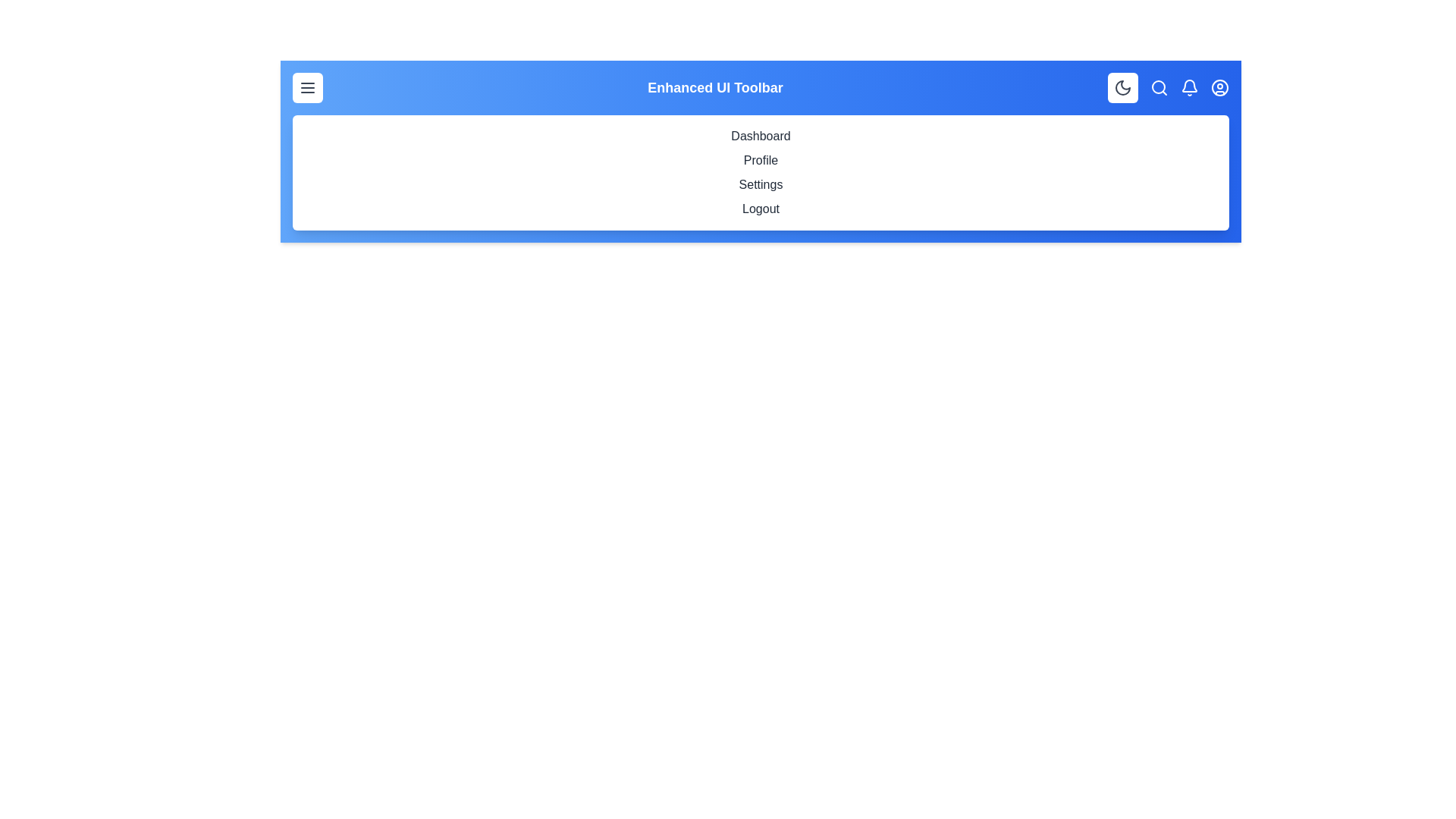 The height and width of the screenshot is (819, 1456). What do you see at coordinates (1159, 87) in the screenshot?
I see `the search icon in the EnhancedAppBar` at bounding box center [1159, 87].